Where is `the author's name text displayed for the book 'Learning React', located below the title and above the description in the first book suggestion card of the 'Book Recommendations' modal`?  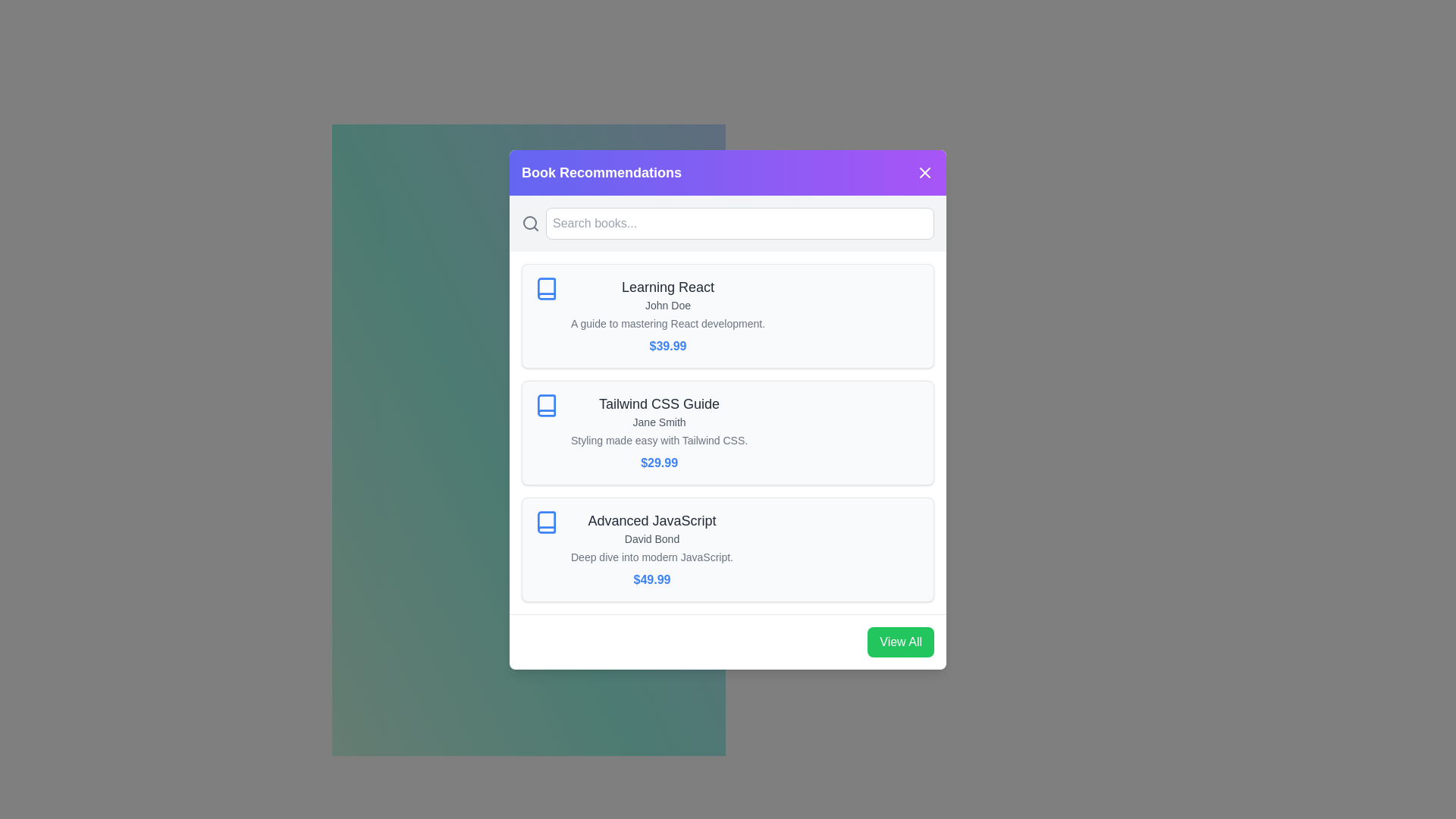
the author's name text displayed for the book 'Learning React', located below the title and above the description in the first book suggestion card of the 'Book Recommendations' modal is located at coordinates (667, 305).